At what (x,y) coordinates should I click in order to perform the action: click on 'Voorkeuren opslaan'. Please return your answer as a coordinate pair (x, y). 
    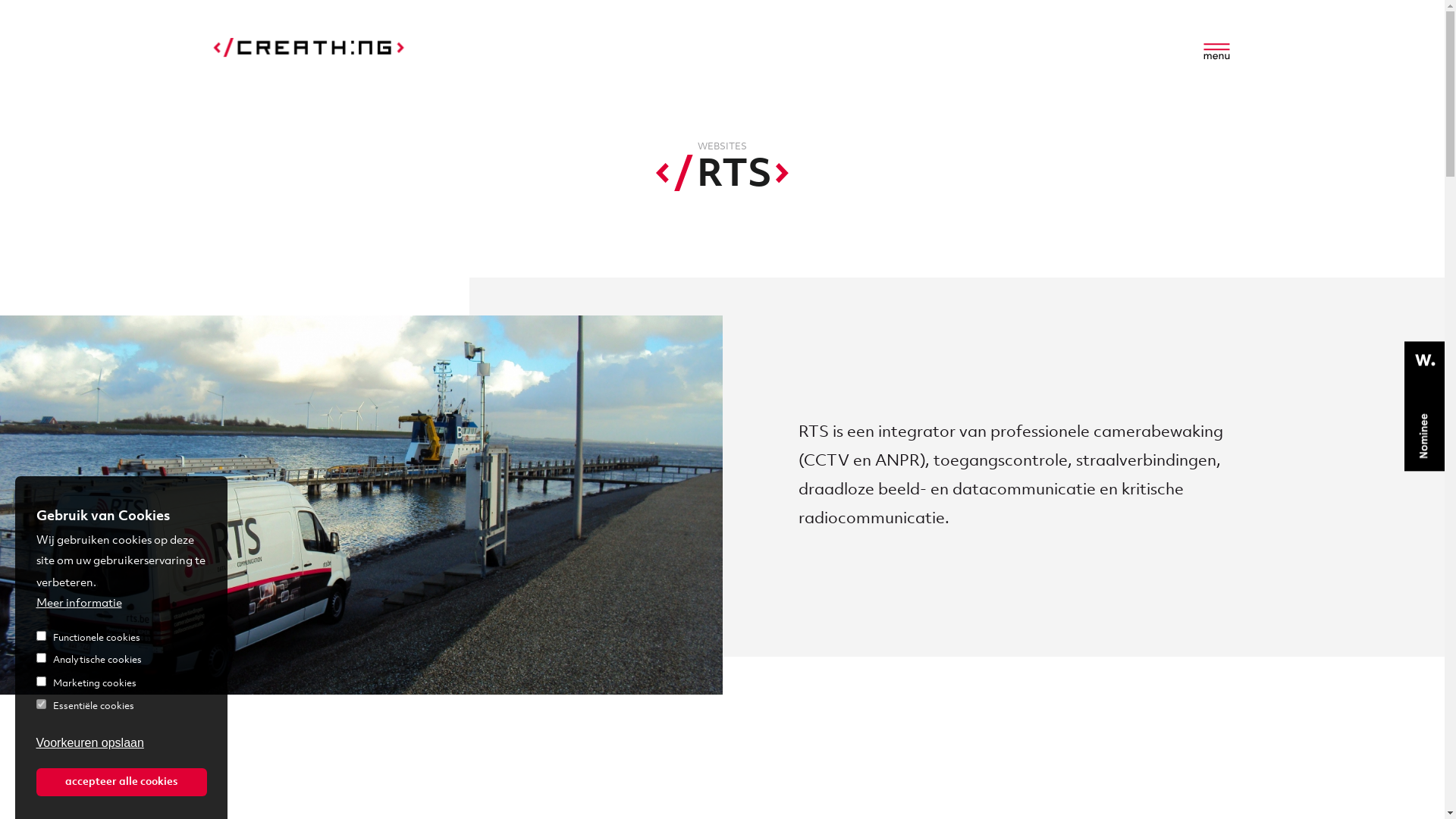
    Looking at the image, I should click on (89, 742).